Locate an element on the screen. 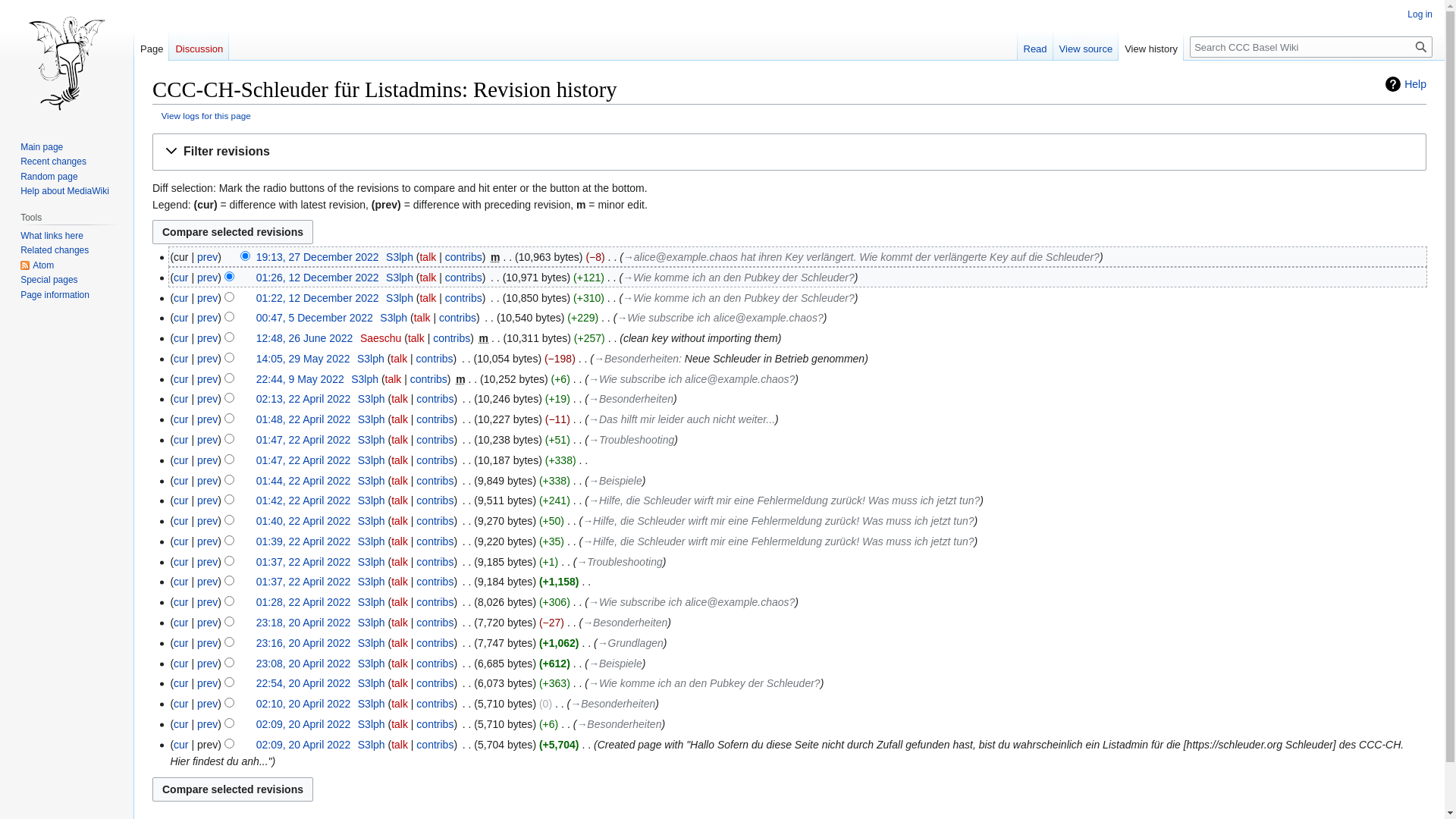  'Page information' is located at coordinates (55, 295).